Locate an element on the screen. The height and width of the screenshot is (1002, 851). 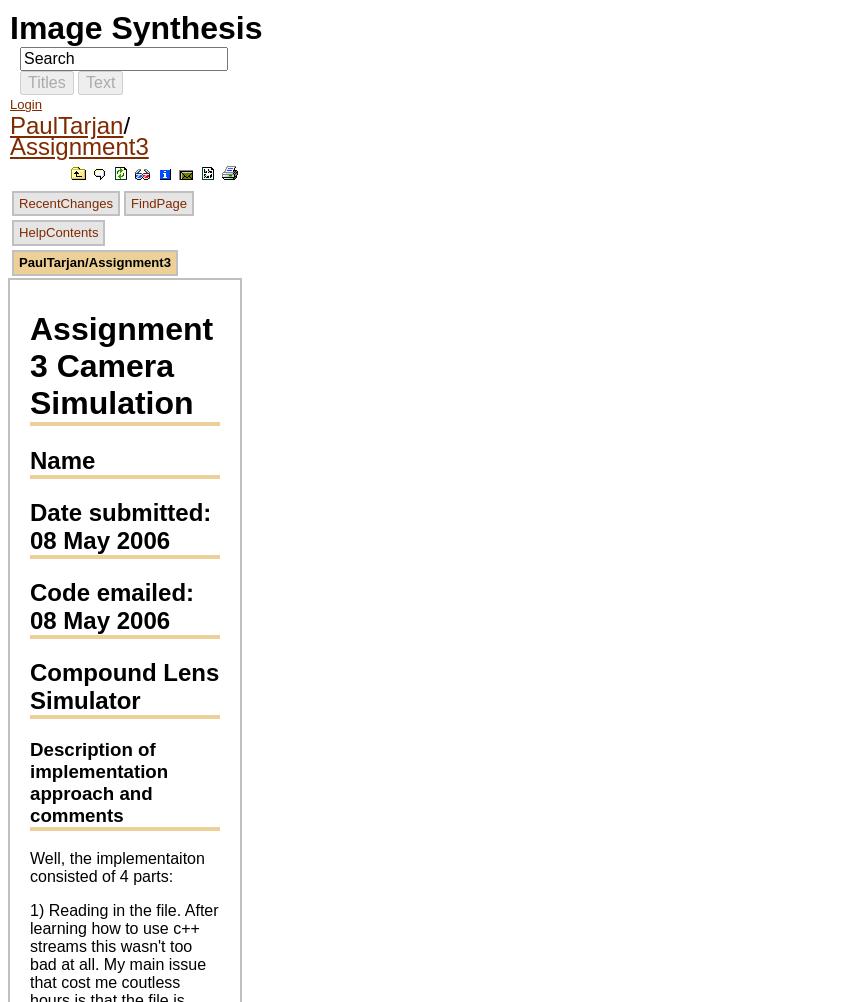
'Description of implementation approach and comments' is located at coordinates (97, 781).